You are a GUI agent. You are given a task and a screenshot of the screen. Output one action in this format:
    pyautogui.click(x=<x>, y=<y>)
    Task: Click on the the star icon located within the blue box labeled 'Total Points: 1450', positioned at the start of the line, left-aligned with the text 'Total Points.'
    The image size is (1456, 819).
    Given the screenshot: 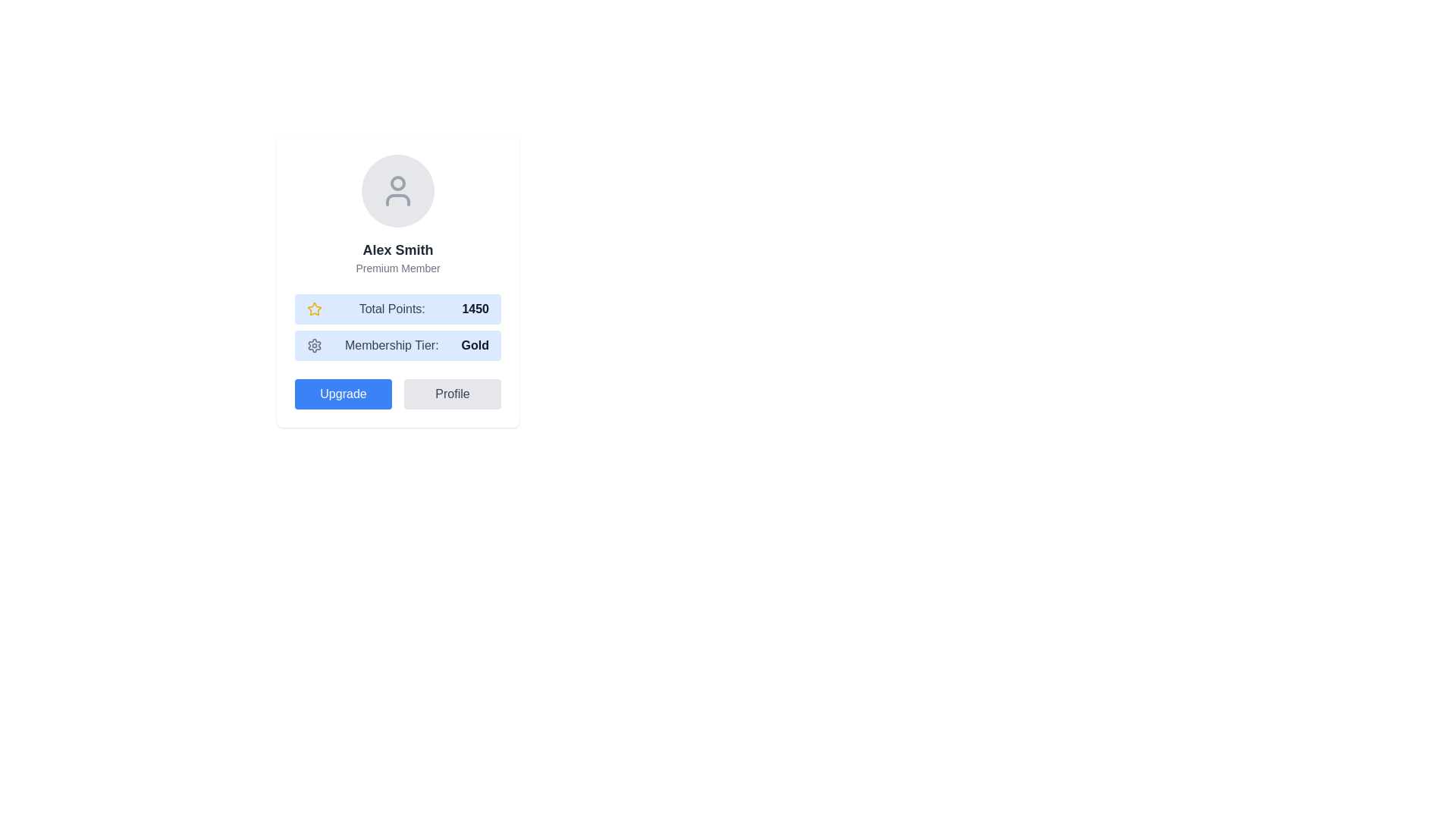 What is the action you would take?
    pyautogui.click(x=313, y=309)
    